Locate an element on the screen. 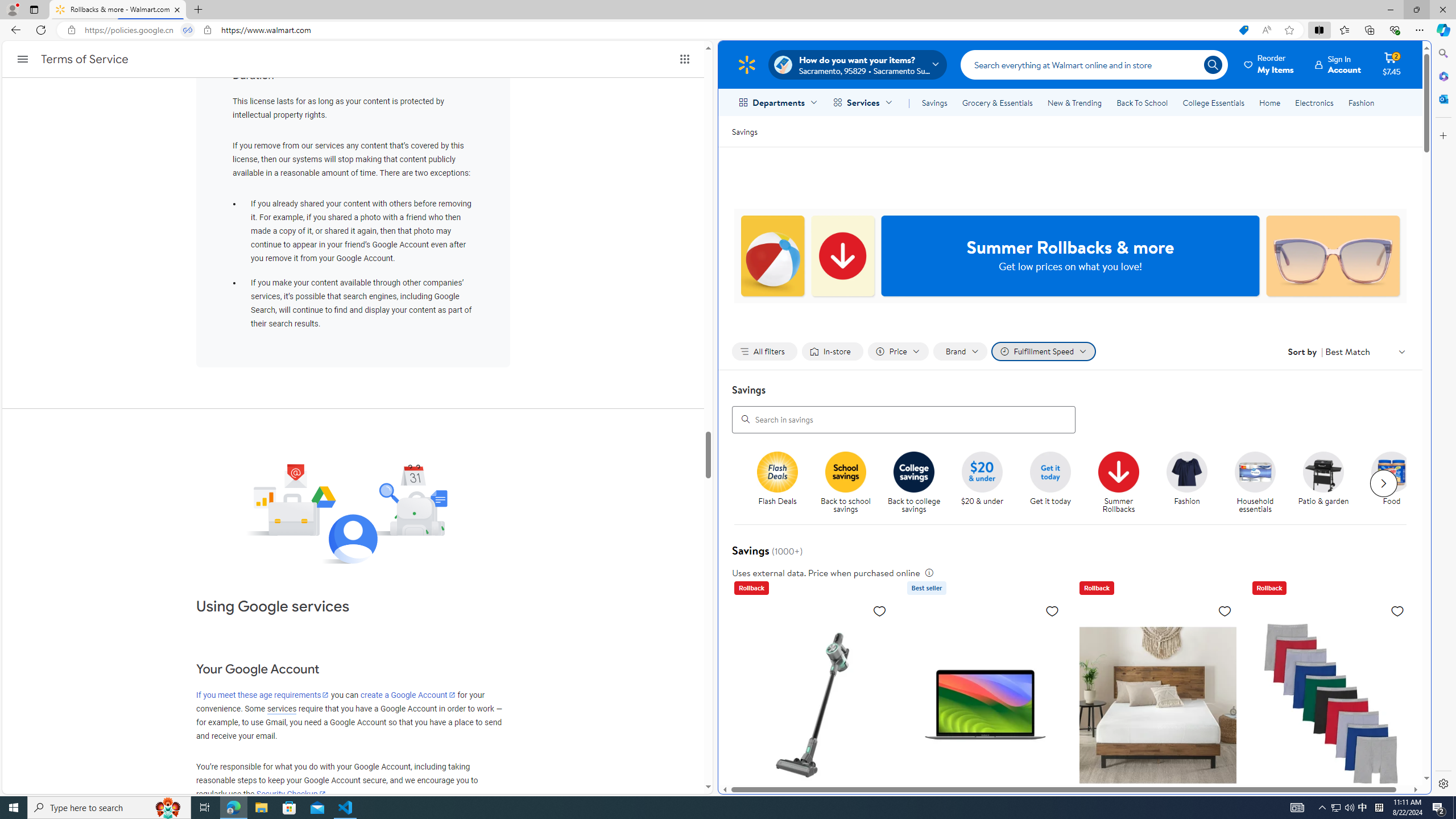 The height and width of the screenshot is (819, 1456). 'Back To School' is located at coordinates (1141, 102).